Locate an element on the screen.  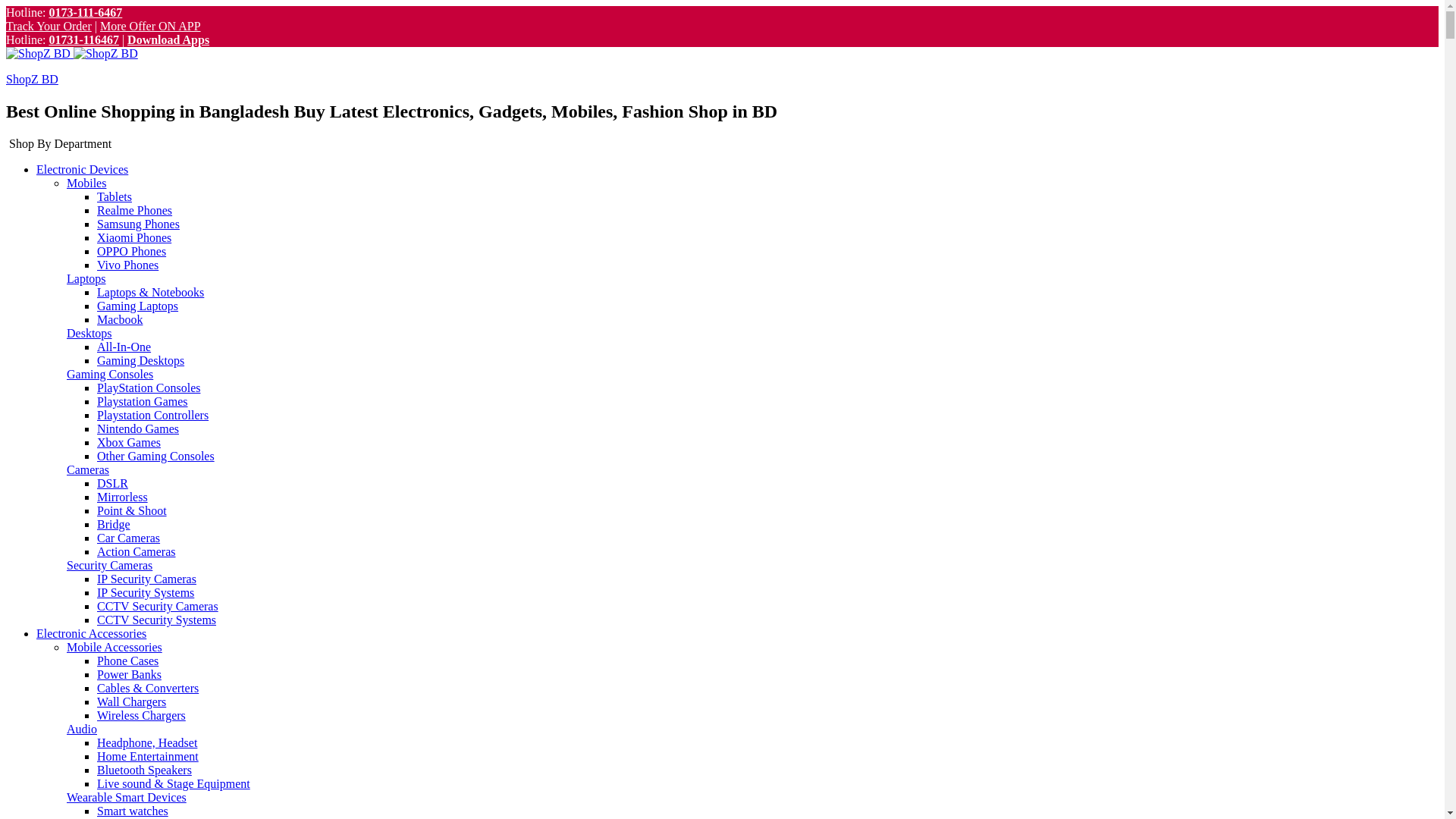
'Headphone, Headset' is located at coordinates (146, 742).